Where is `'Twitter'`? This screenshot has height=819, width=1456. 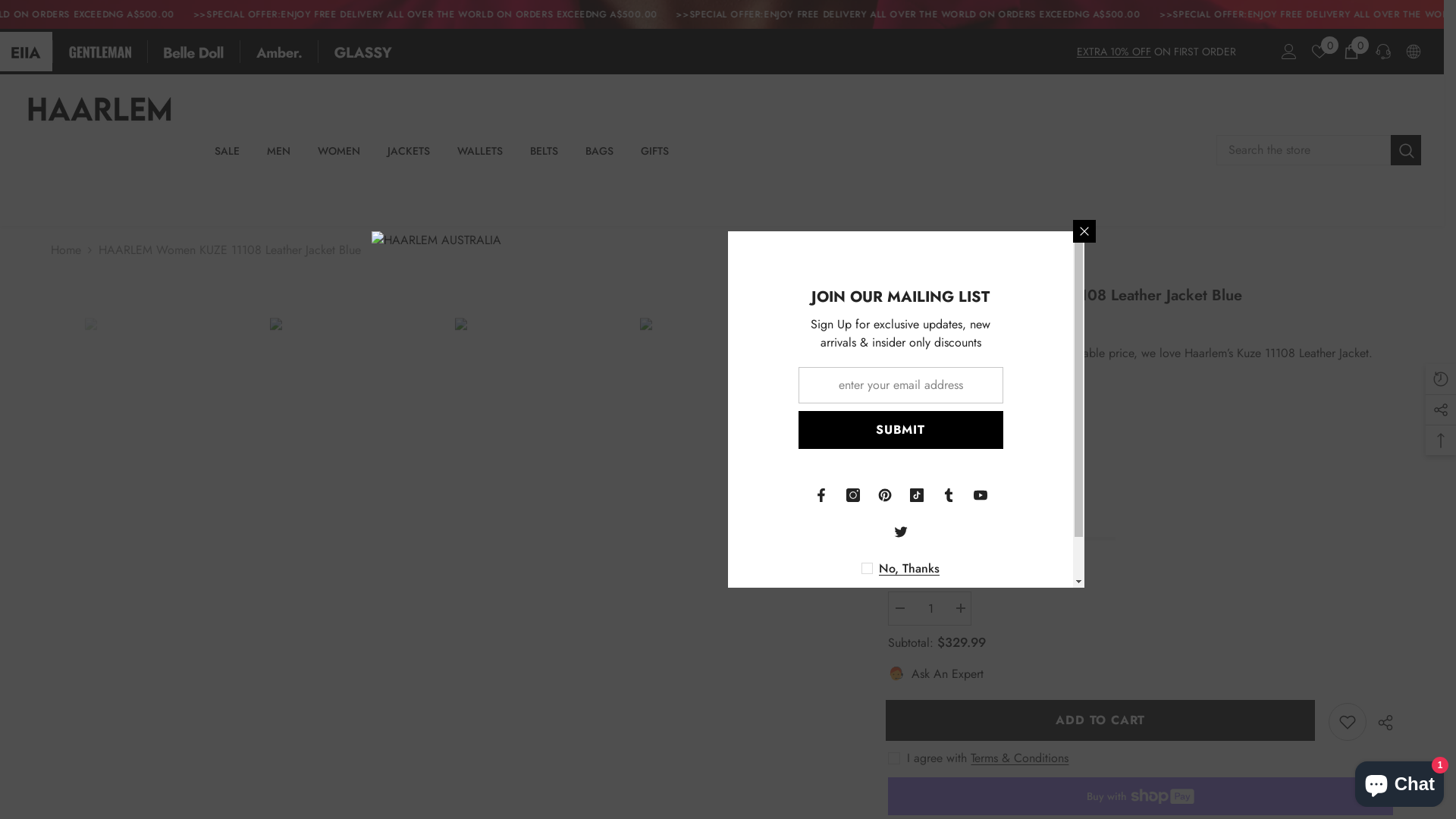
'Twitter' is located at coordinates (899, 531).